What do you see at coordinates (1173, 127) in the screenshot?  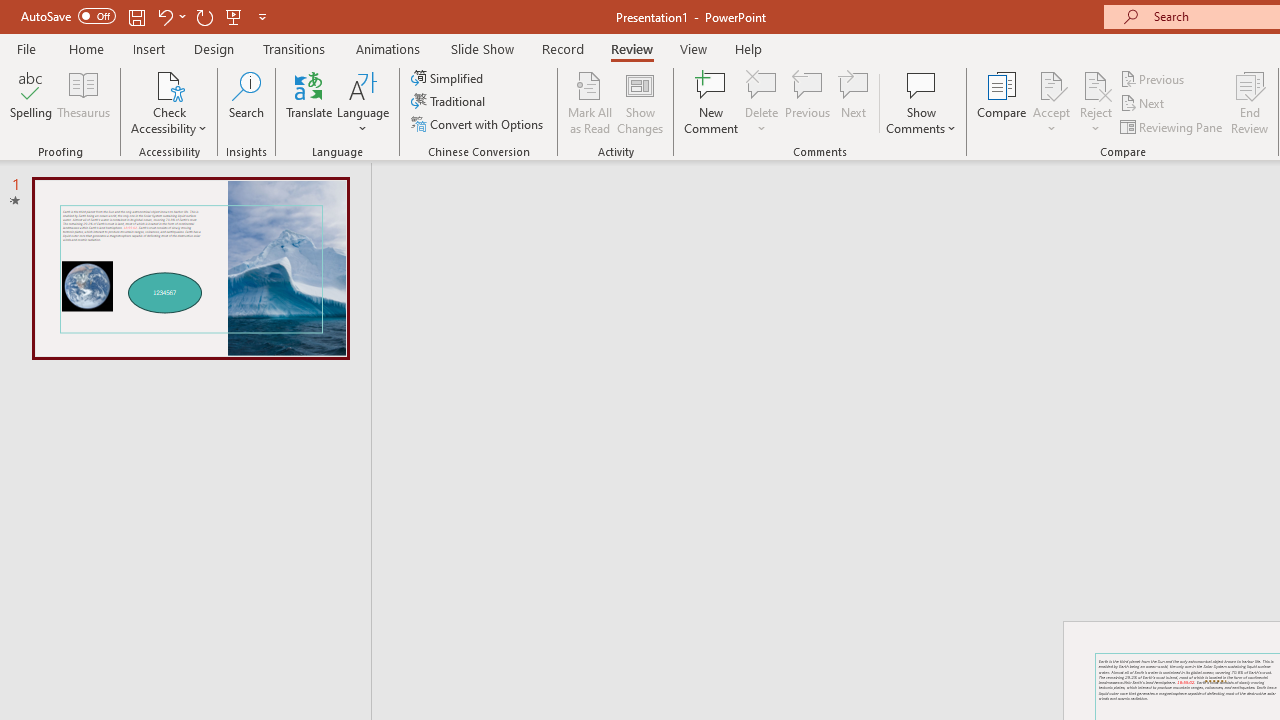 I see `'Reviewing Pane'` at bounding box center [1173, 127].